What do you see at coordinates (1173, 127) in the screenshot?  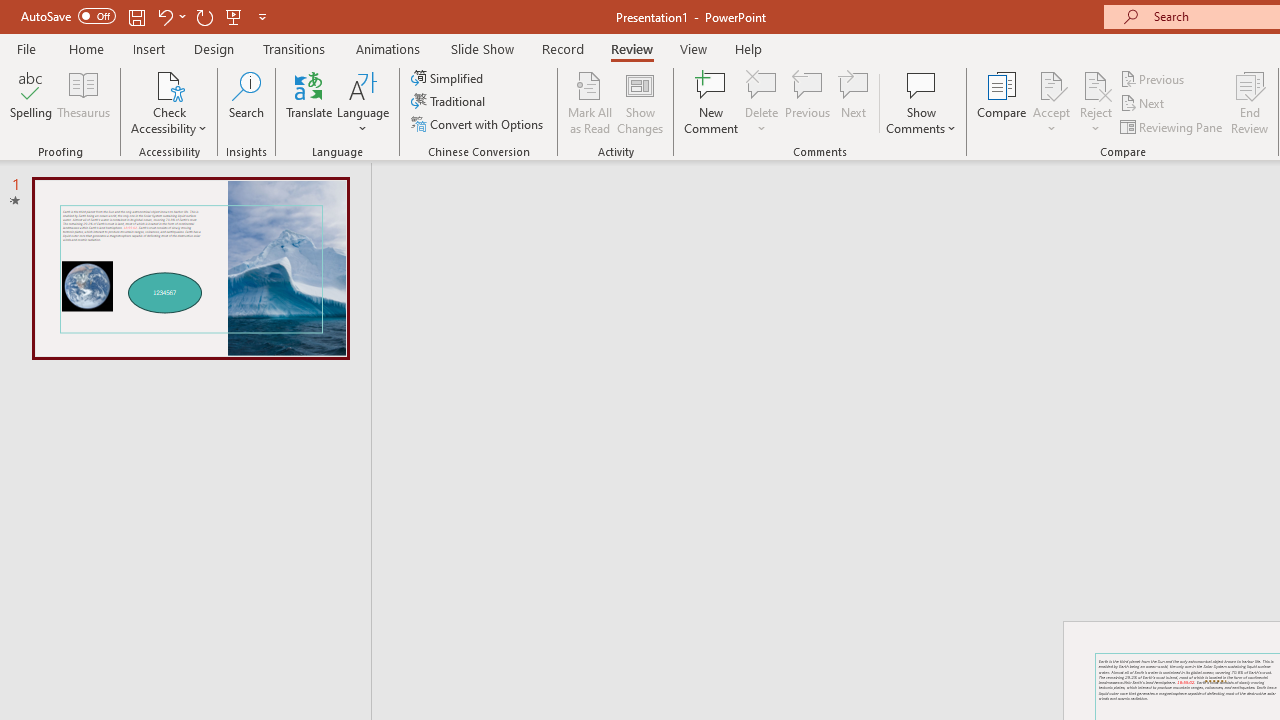 I see `'Reviewing Pane'` at bounding box center [1173, 127].